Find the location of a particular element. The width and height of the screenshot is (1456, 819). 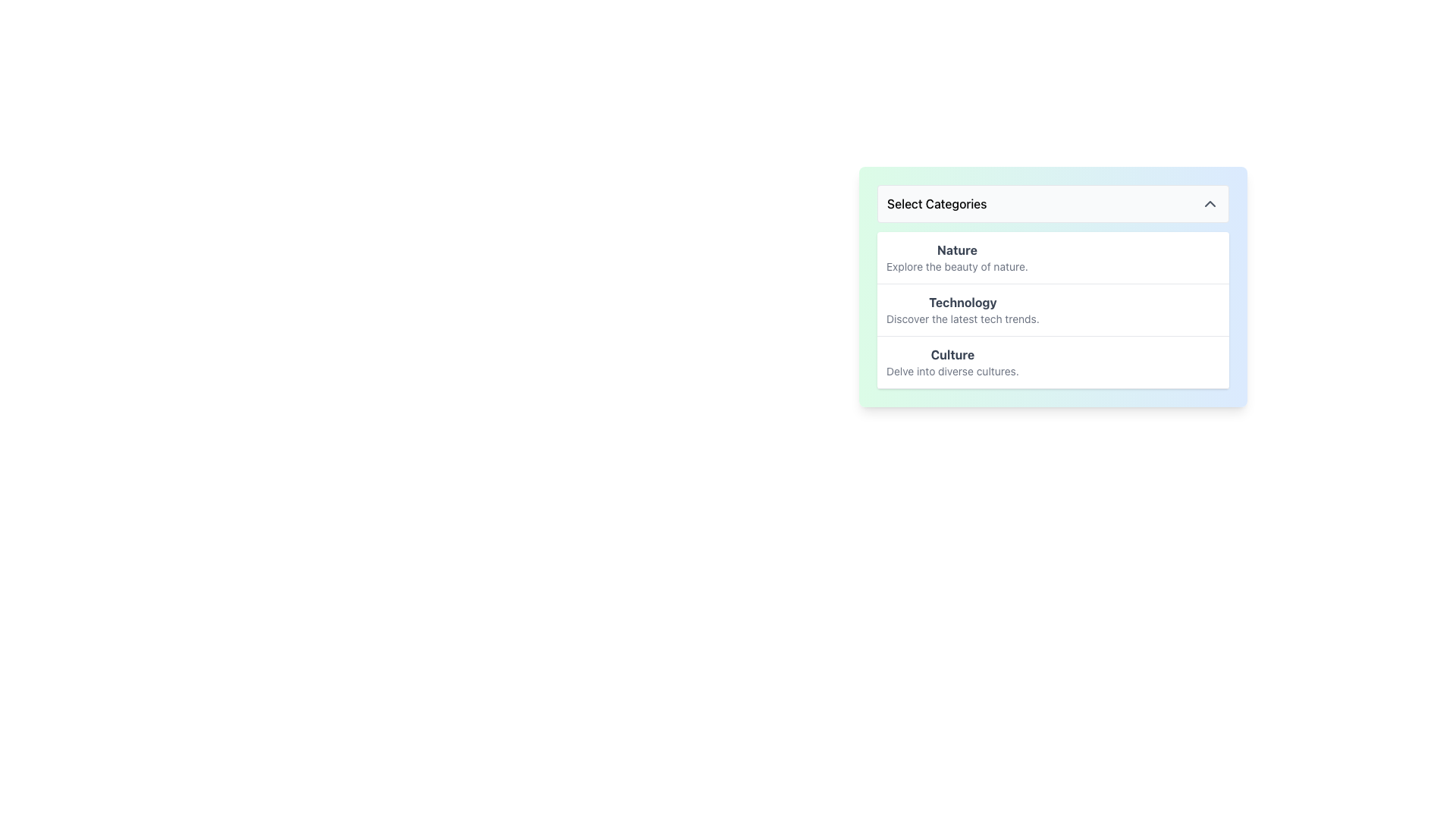

the 'Technology' category selector in the 'Select Categories' panel is located at coordinates (1052, 309).